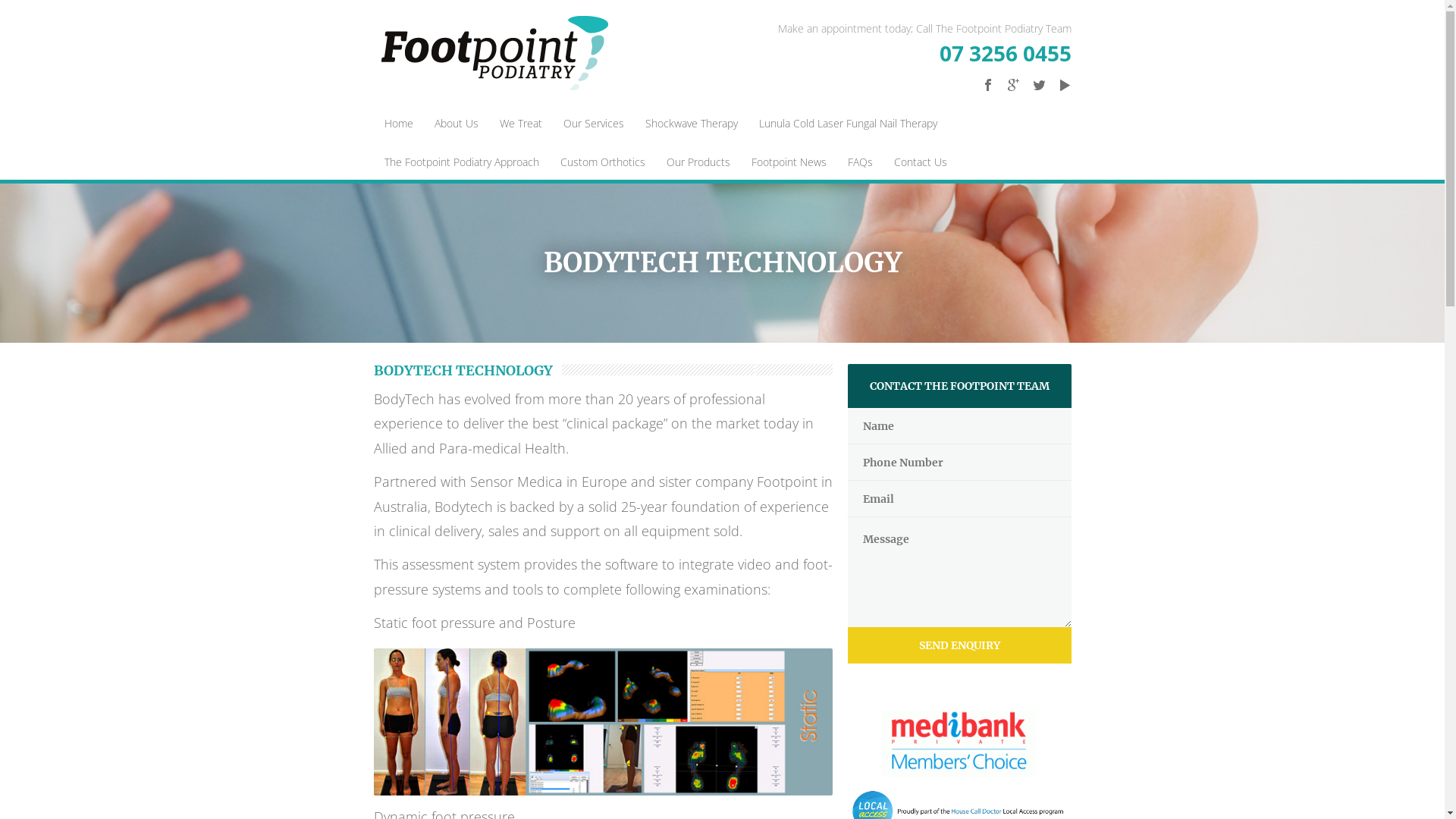 The height and width of the screenshot is (819, 1456). I want to click on 'Youtube', so click(1063, 84).